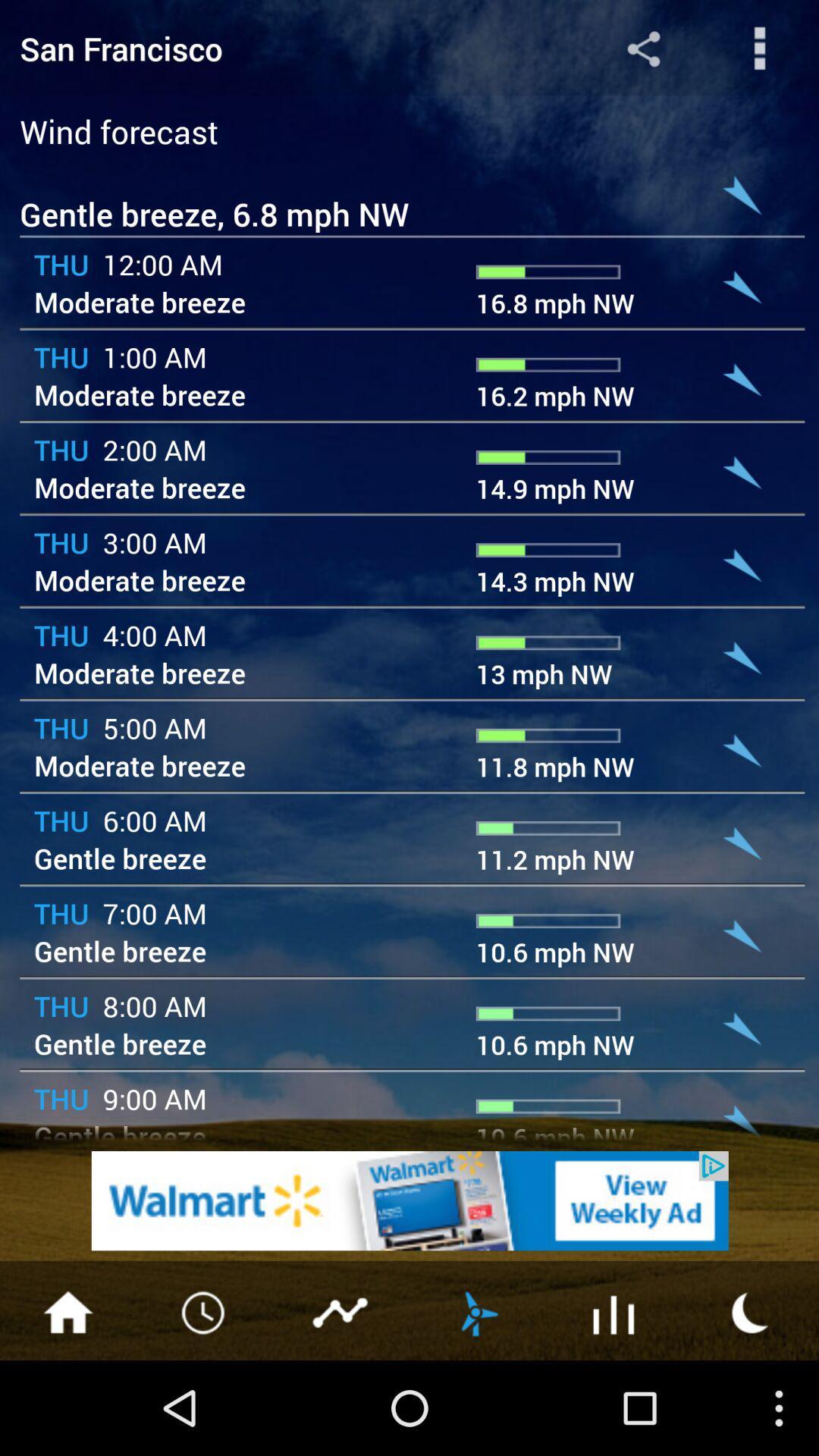 The height and width of the screenshot is (1456, 819). I want to click on home option, so click(67, 1310).